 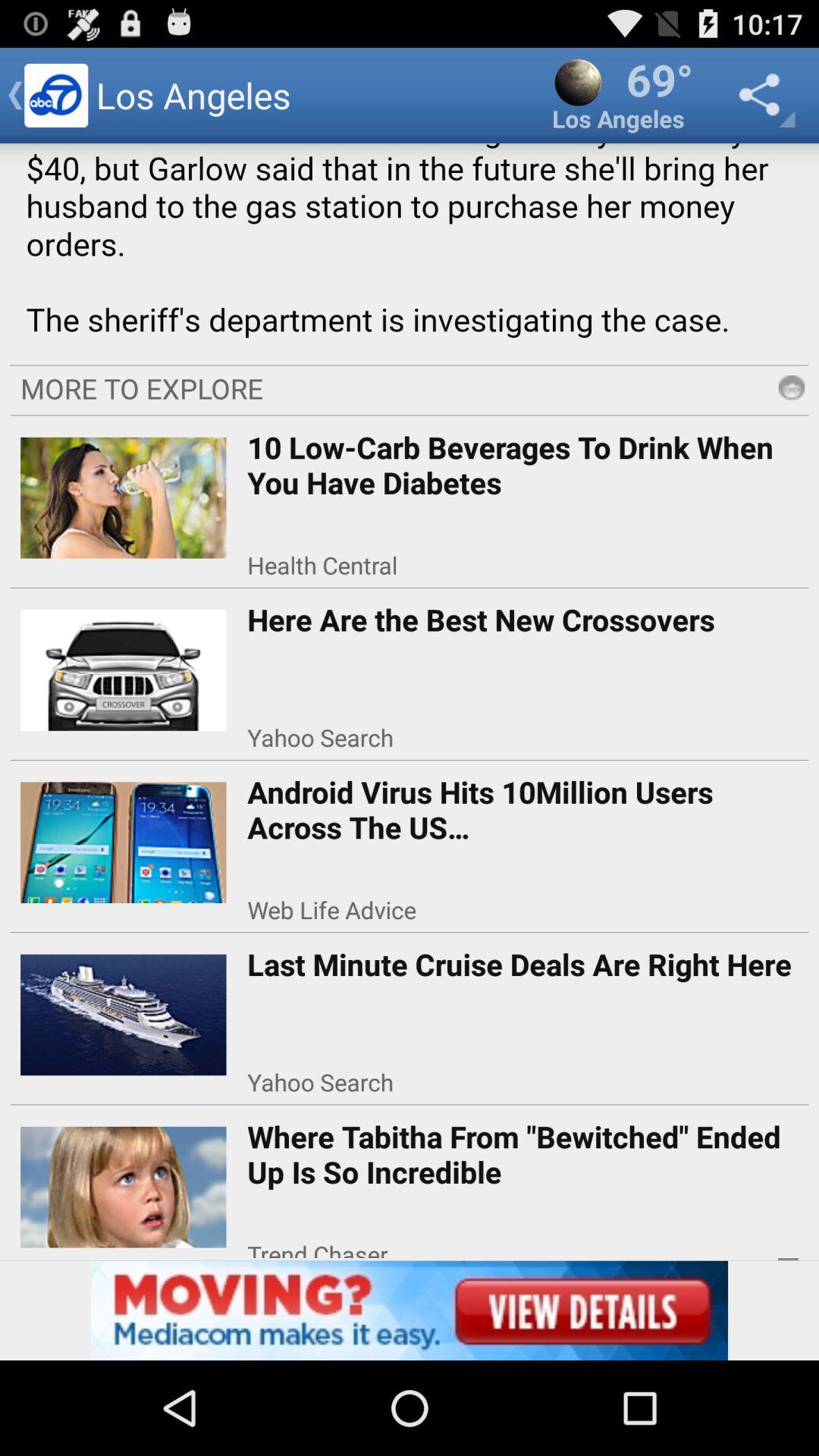 I want to click on left of third option, so click(x=123, y=836).